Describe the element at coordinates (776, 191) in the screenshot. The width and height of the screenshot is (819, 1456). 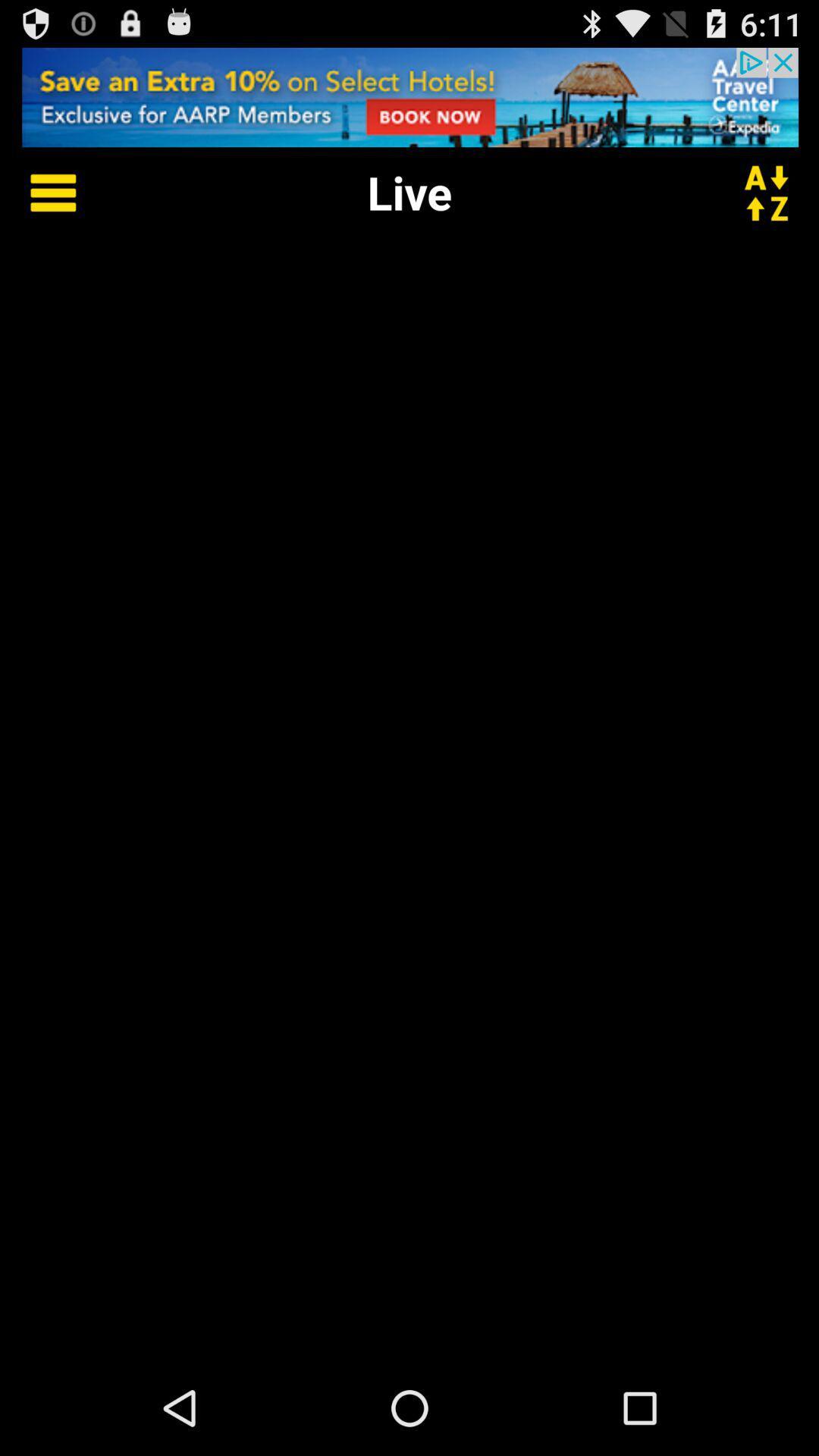
I see `alternate page` at that location.